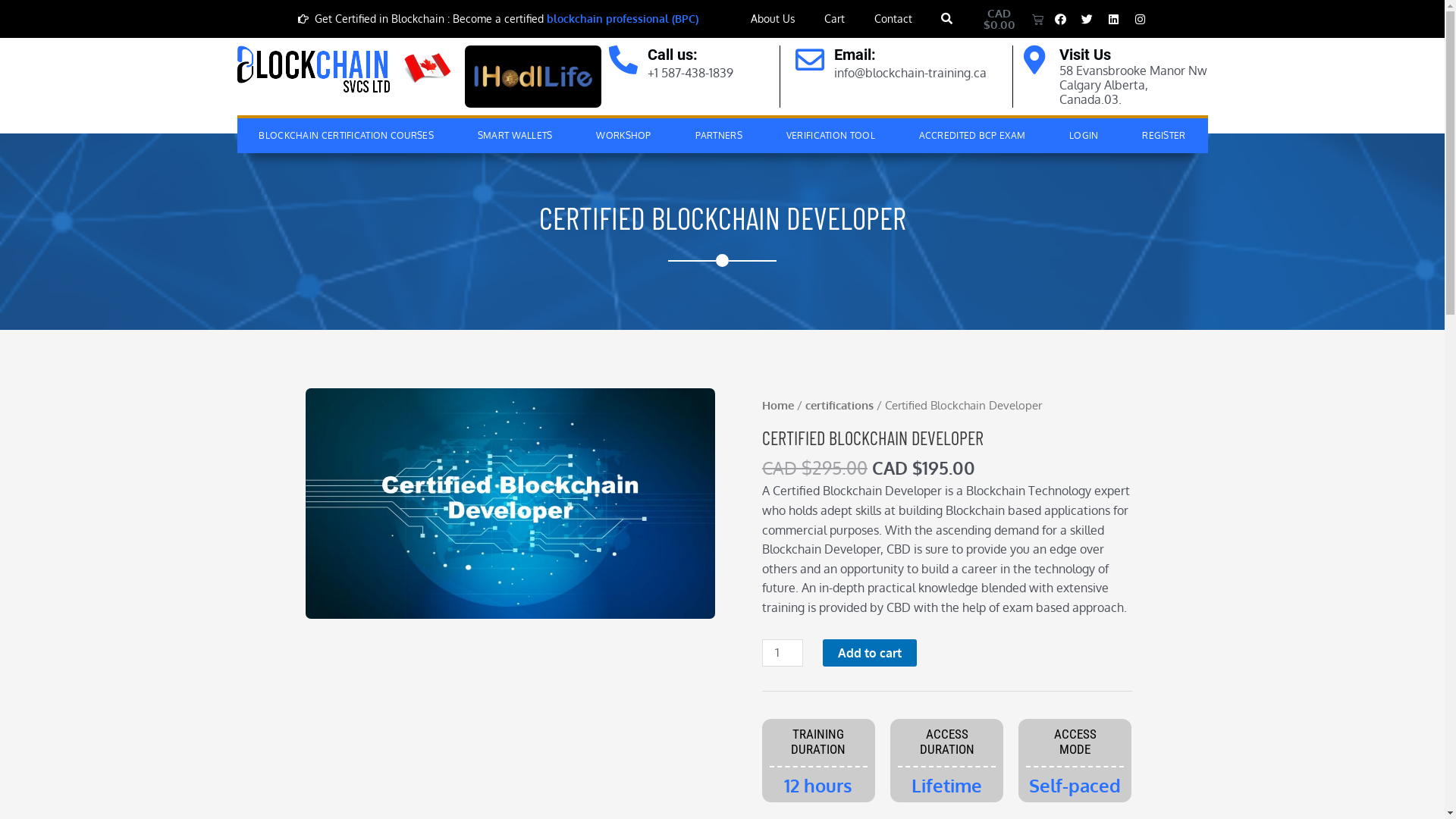  What do you see at coordinates (1059, 18) in the screenshot?
I see `'Facebook'` at bounding box center [1059, 18].